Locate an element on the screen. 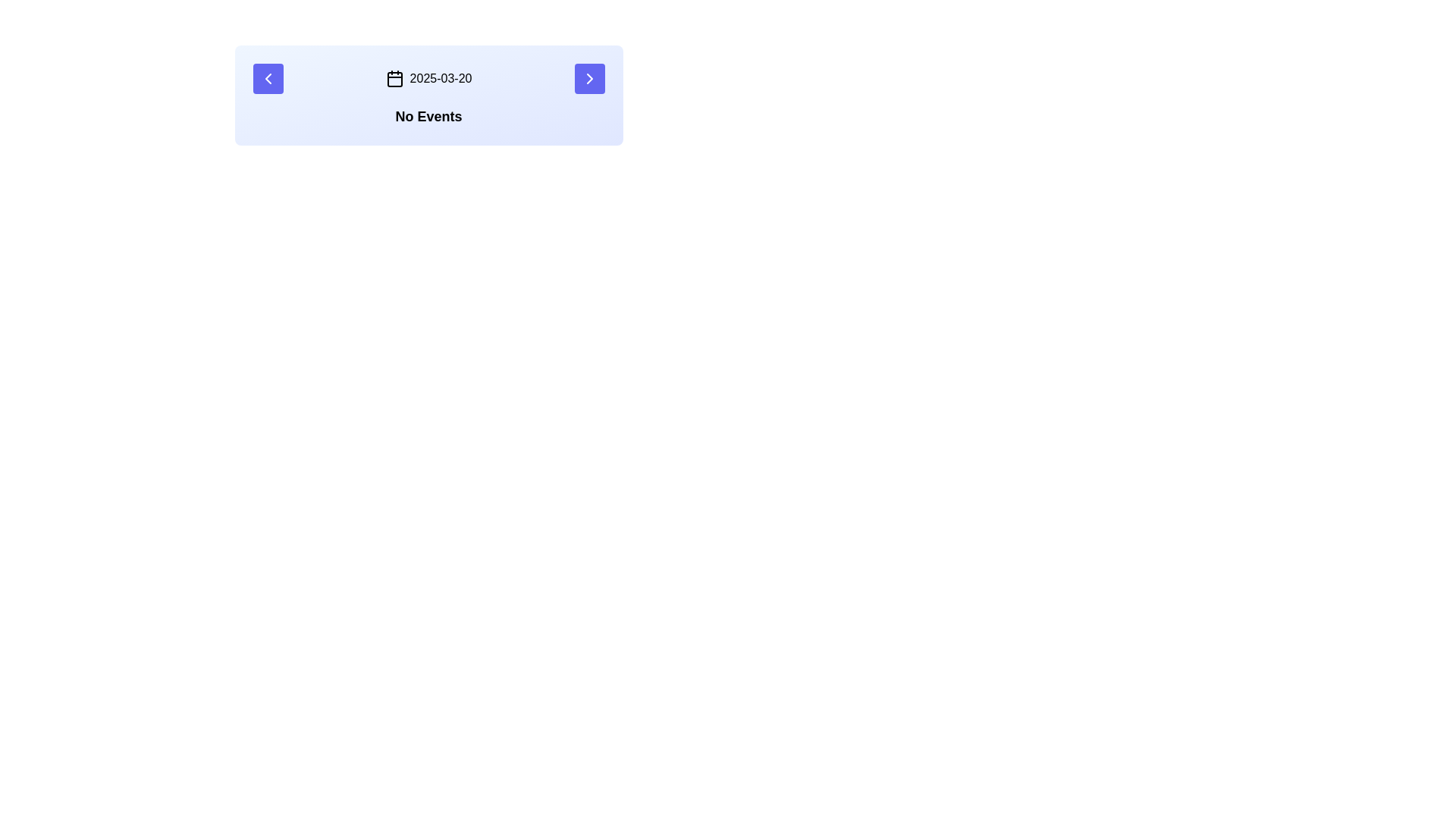 Image resolution: width=1456 pixels, height=819 pixels. displayed date '2025-03-20' next to the calendar icon in the navigation bar is located at coordinates (428, 79).